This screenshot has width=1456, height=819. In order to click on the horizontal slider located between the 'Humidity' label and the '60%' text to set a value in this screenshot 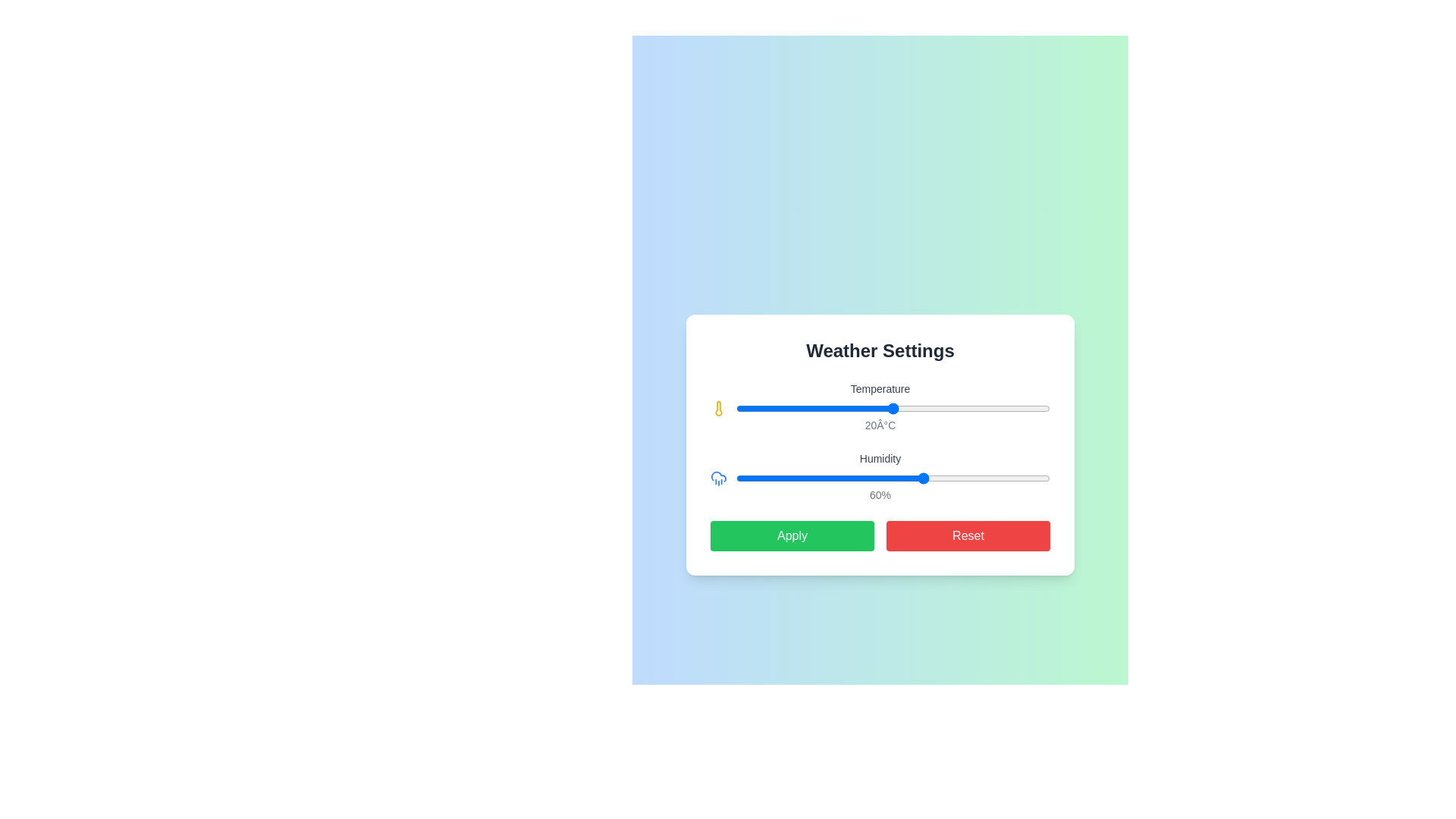, I will do `click(893, 479)`.